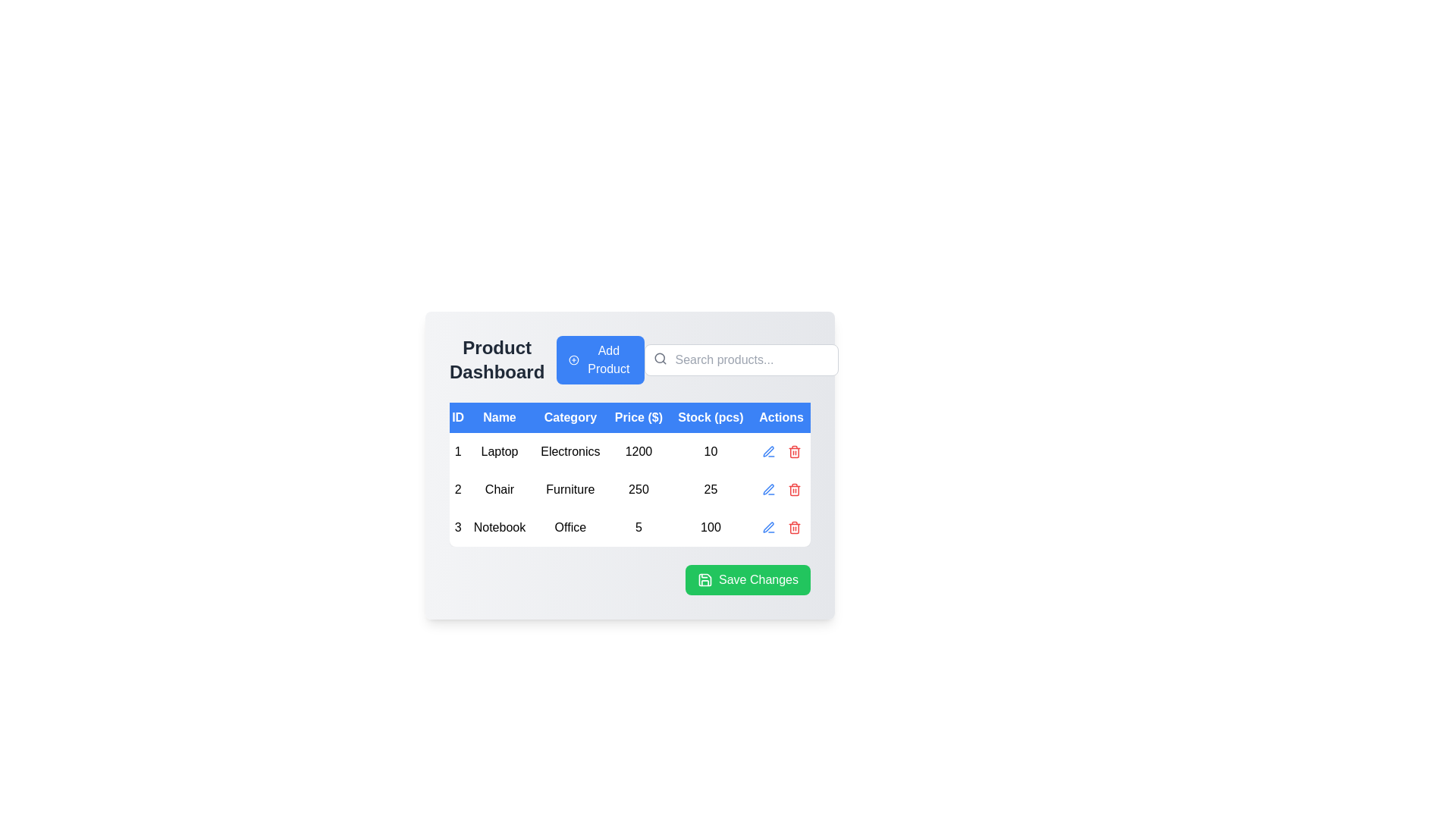 The image size is (1456, 819). Describe the element at coordinates (704, 579) in the screenshot. I see `the minimalistic save icon located to the left of the 'Save Changes' button at the bottom-right section of the modal` at that location.